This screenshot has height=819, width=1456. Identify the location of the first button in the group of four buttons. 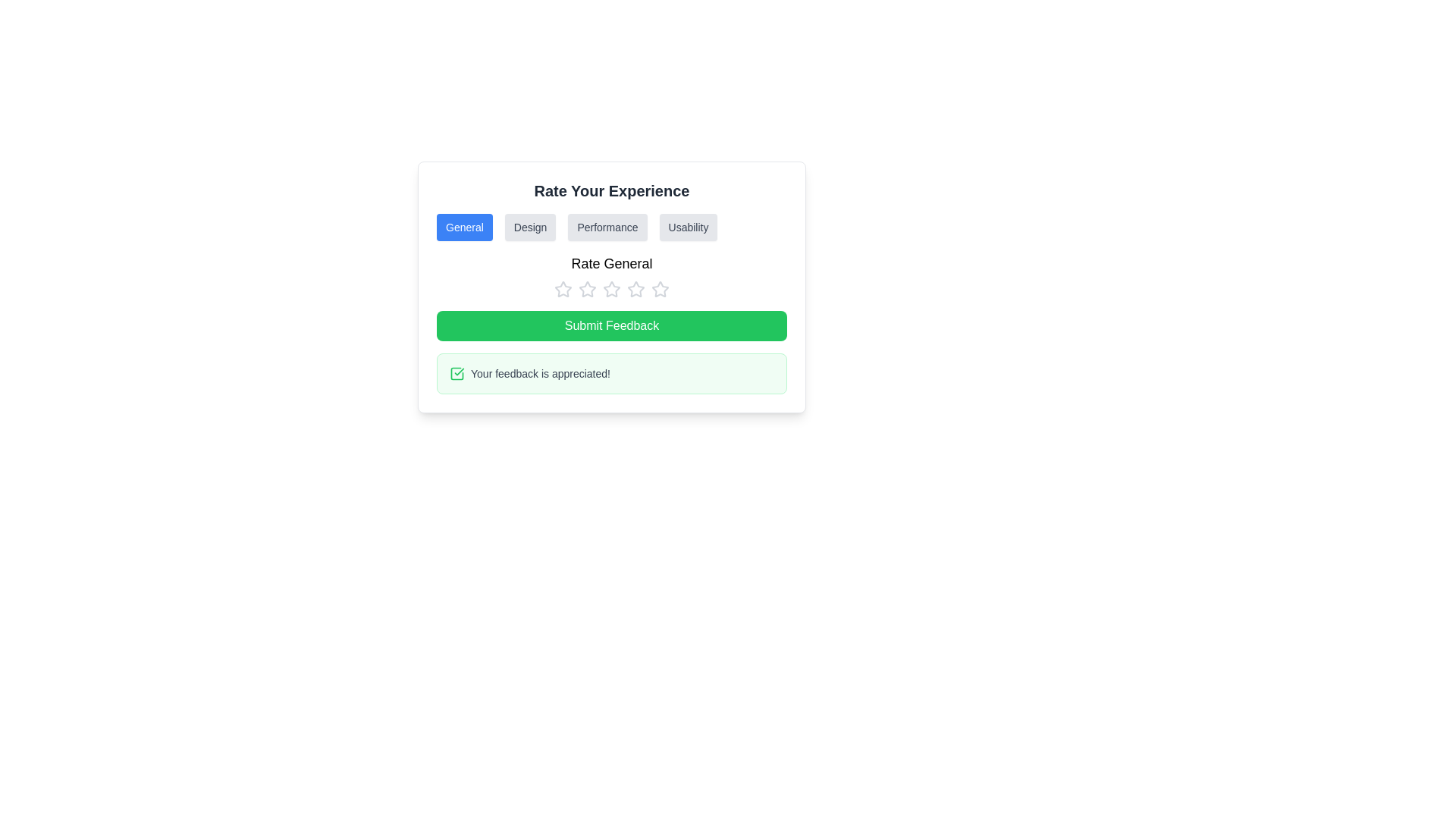
(463, 227).